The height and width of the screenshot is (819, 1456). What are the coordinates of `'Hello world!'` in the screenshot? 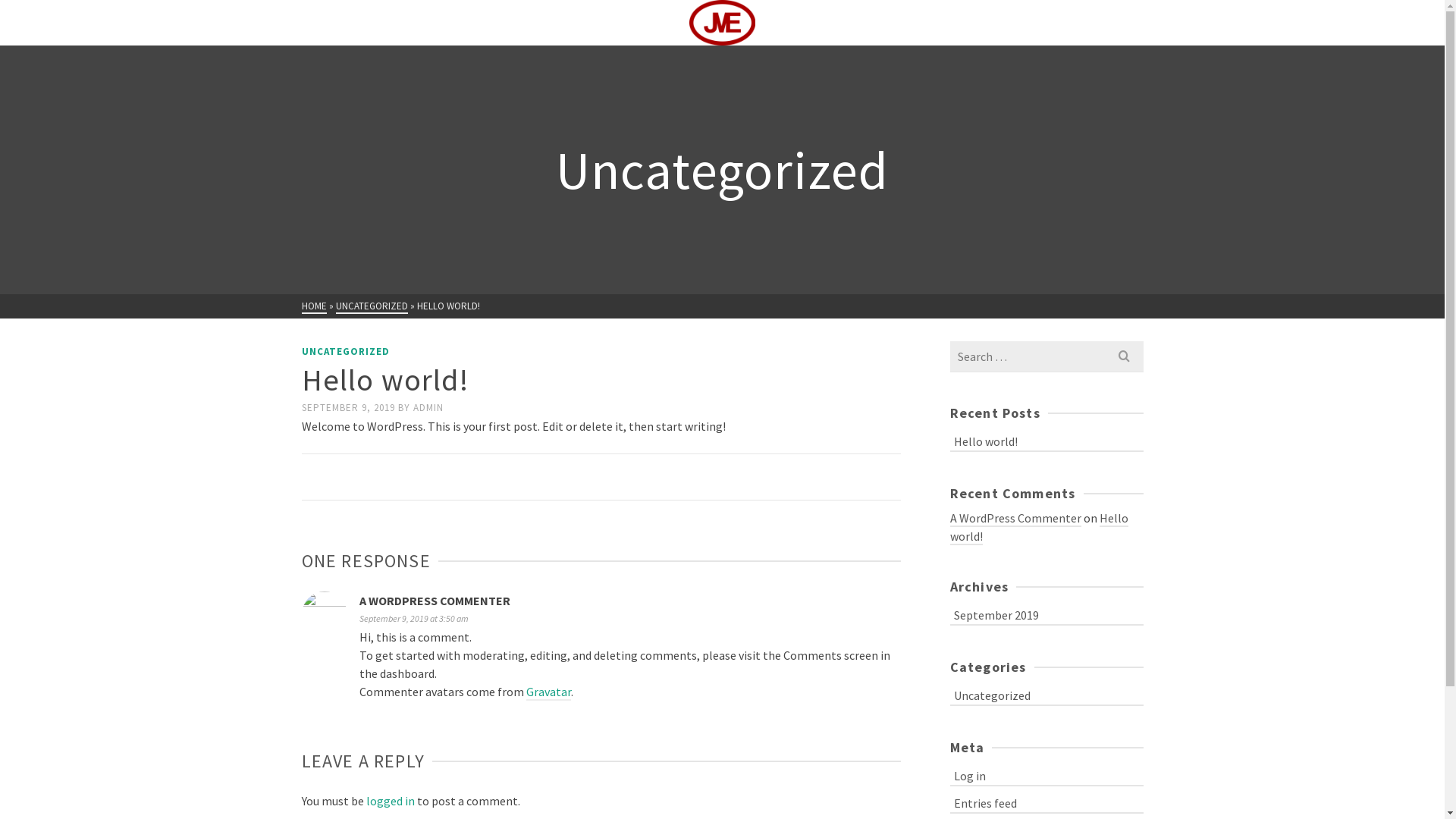 It's located at (1037, 526).